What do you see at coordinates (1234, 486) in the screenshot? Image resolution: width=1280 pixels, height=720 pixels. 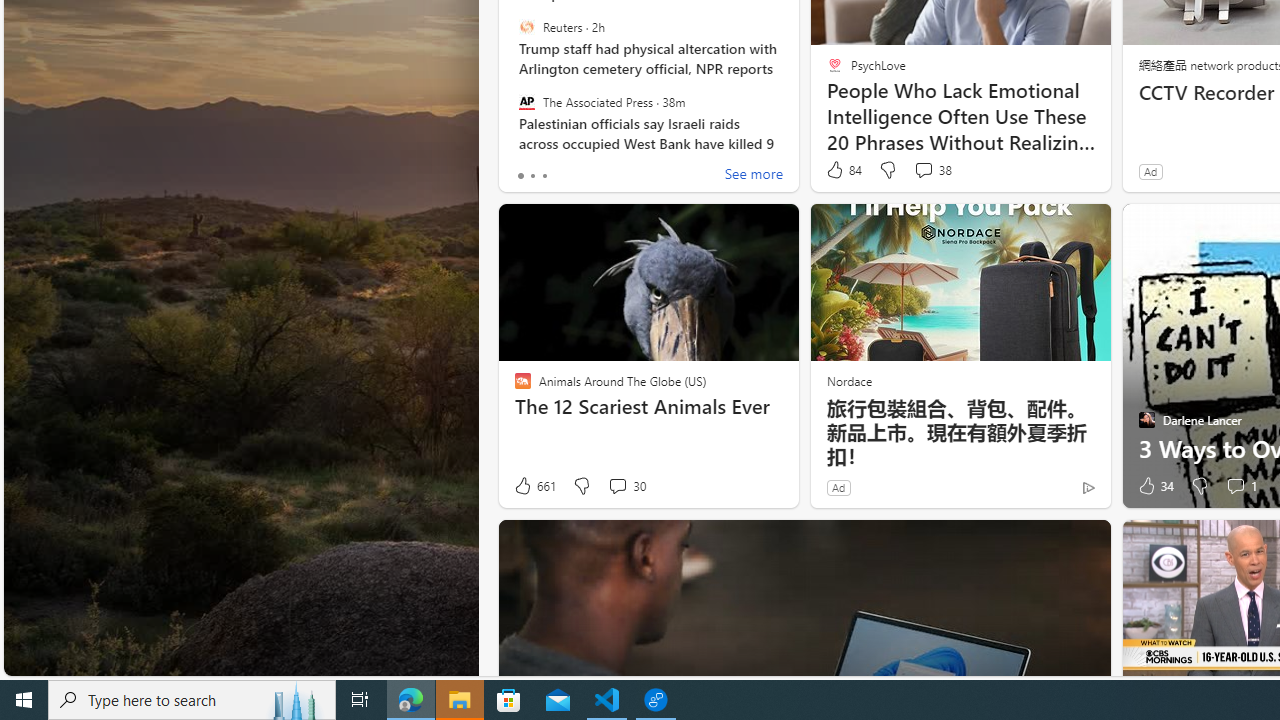 I see `'View comments 1 Comment'` at bounding box center [1234, 486].